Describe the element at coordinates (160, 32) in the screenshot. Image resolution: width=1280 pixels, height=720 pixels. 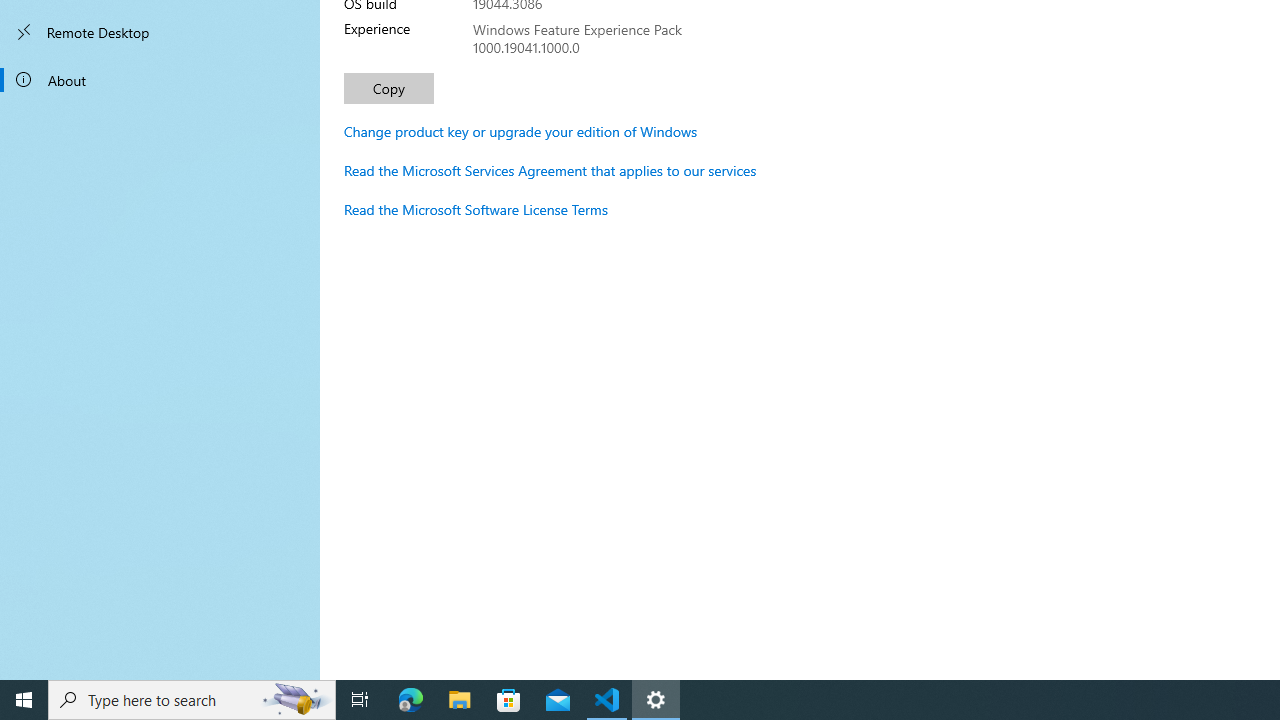
I see `'Remote Desktop'` at that location.